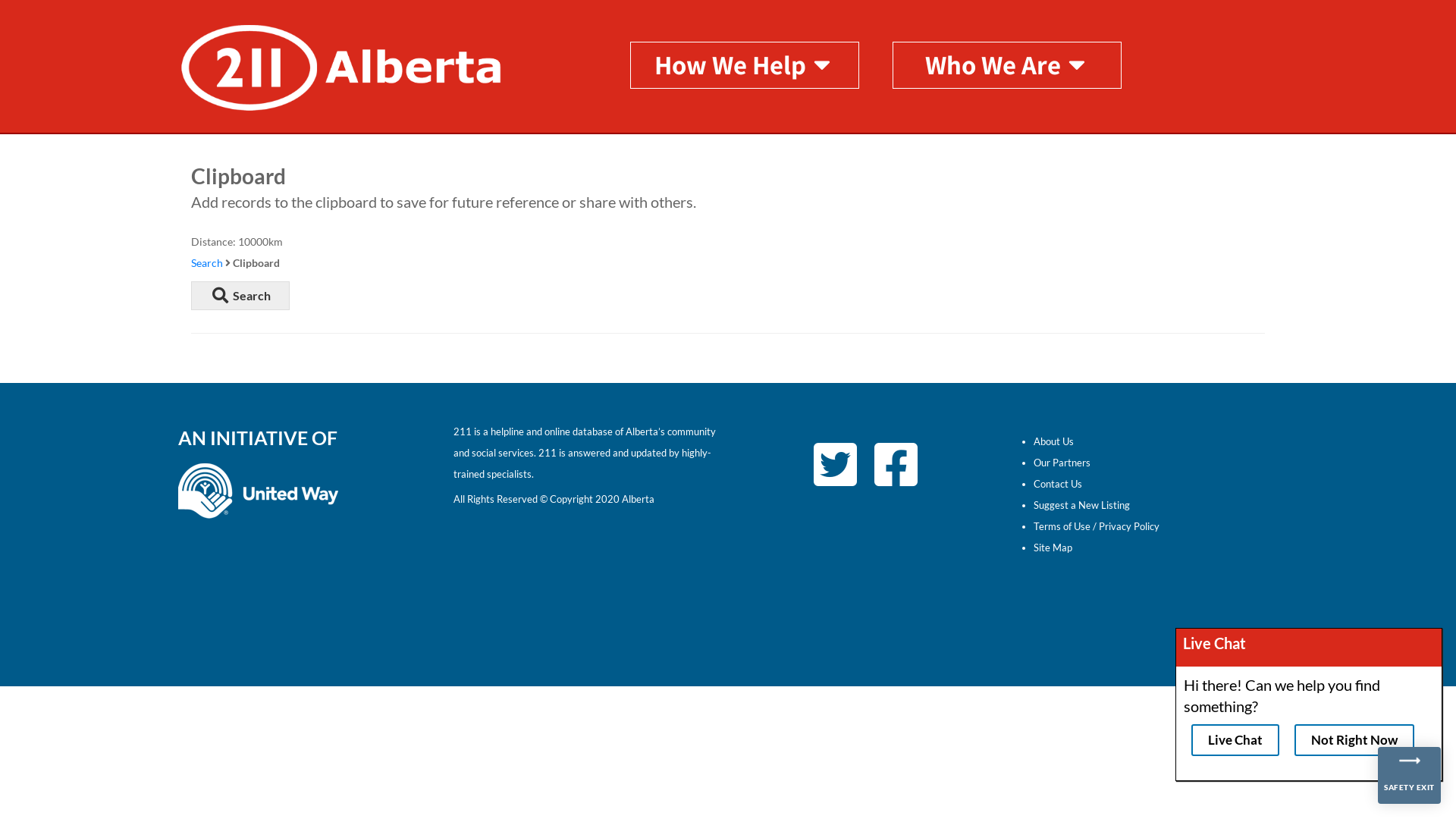 This screenshot has height=819, width=1456. Describe the element at coordinates (1007, 63) in the screenshot. I see `'Who We Are'` at that location.